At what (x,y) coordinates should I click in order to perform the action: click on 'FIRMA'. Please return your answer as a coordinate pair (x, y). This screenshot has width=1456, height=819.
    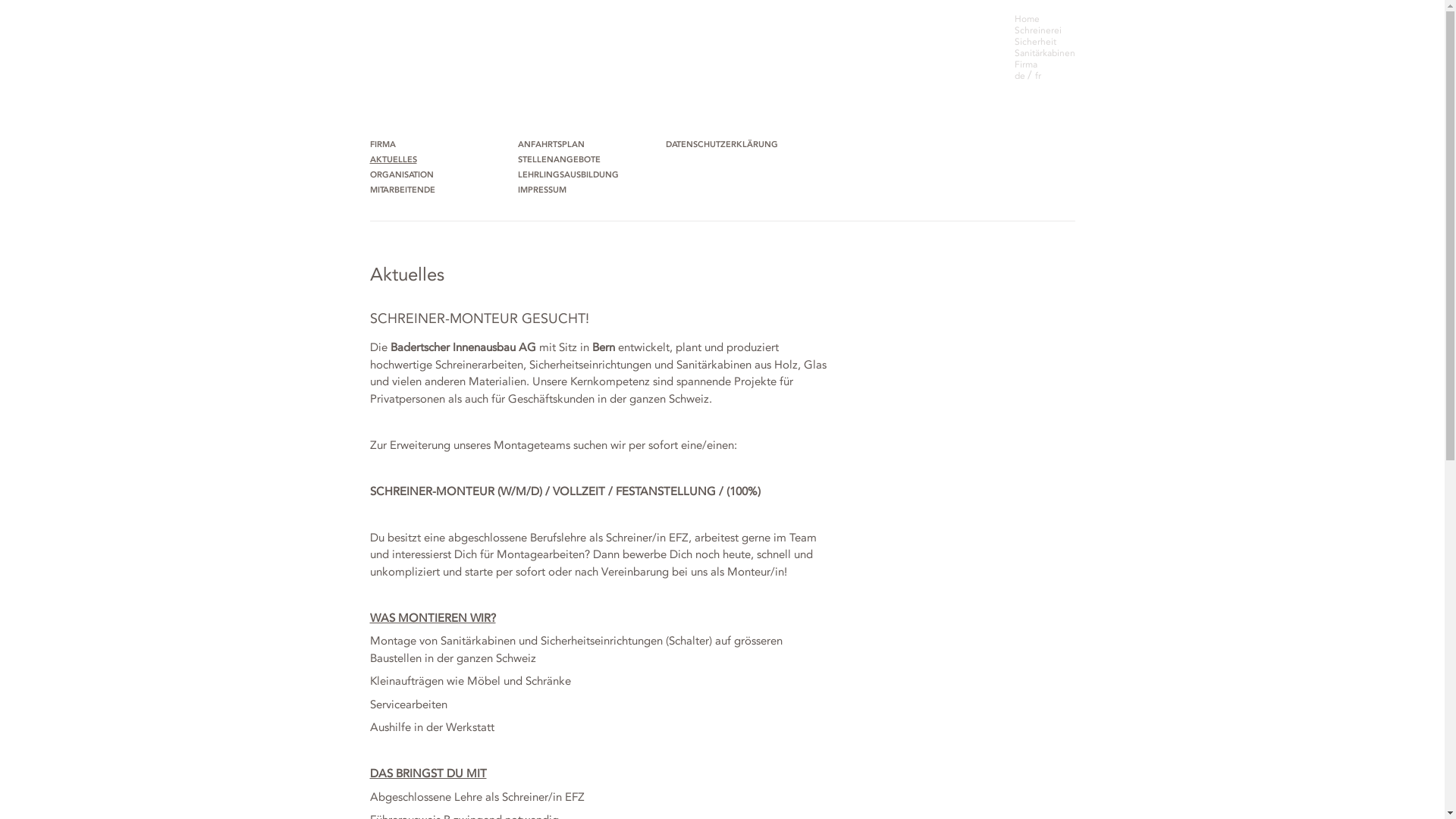
    Looking at the image, I should click on (370, 145).